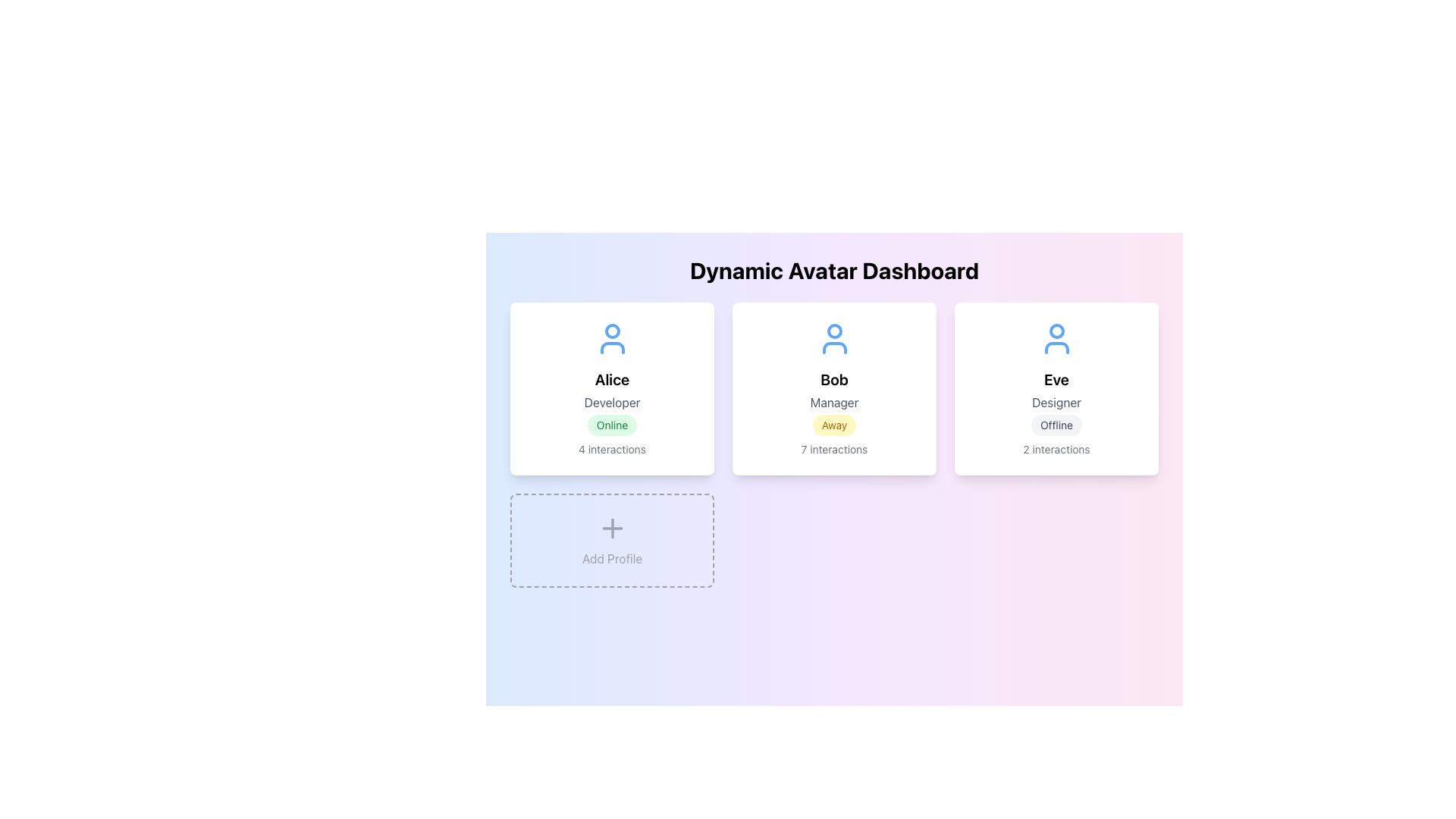 This screenshot has width=1456, height=819. What do you see at coordinates (612, 338) in the screenshot?
I see `the Avatar icon, which is an outlined human icon styled in blue, located above the name 'Alice' on the leftmost card` at bounding box center [612, 338].